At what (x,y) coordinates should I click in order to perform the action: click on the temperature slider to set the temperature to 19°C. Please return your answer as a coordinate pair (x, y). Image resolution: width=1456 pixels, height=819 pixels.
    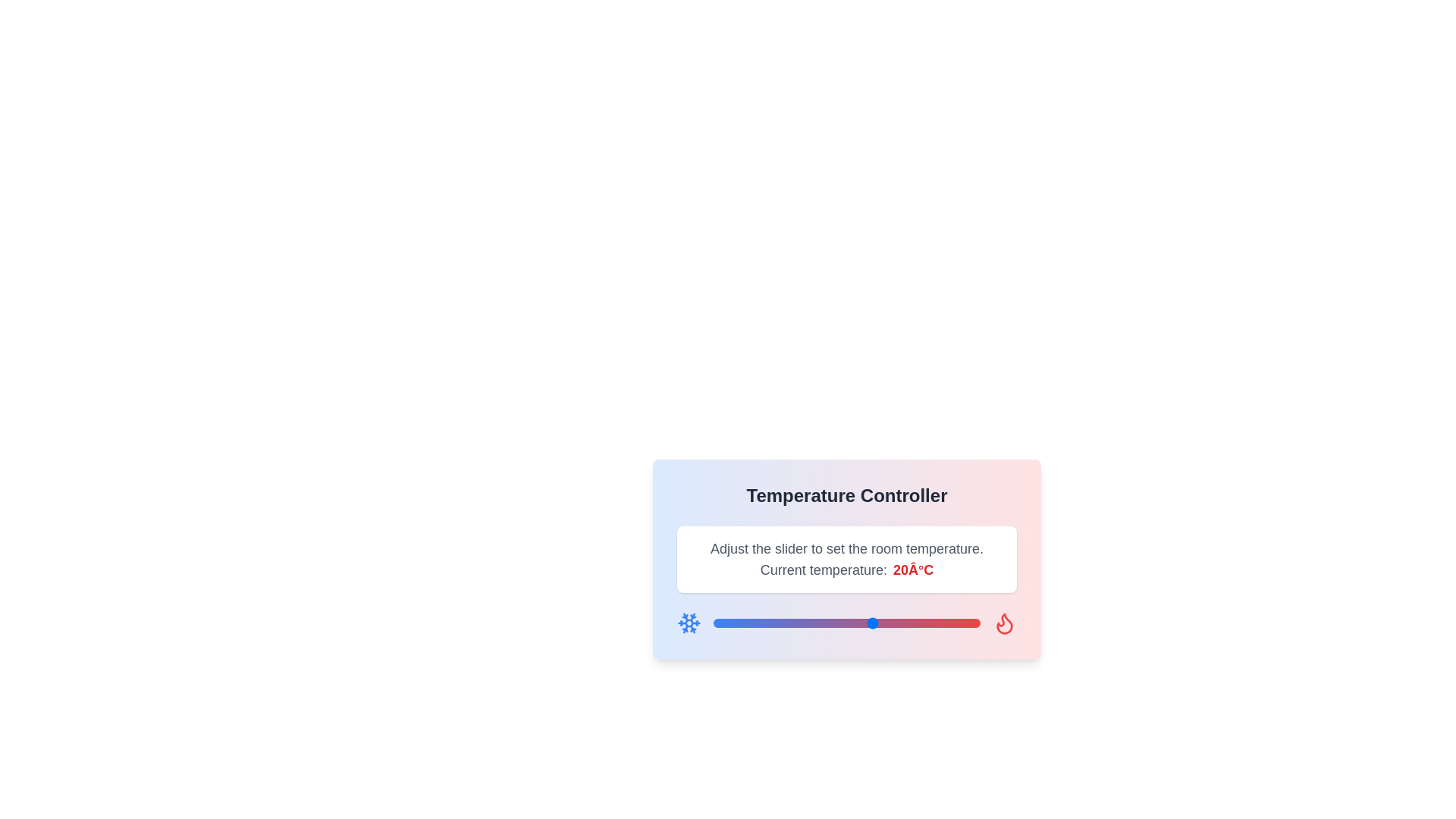
    Looking at the image, I should click on (868, 623).